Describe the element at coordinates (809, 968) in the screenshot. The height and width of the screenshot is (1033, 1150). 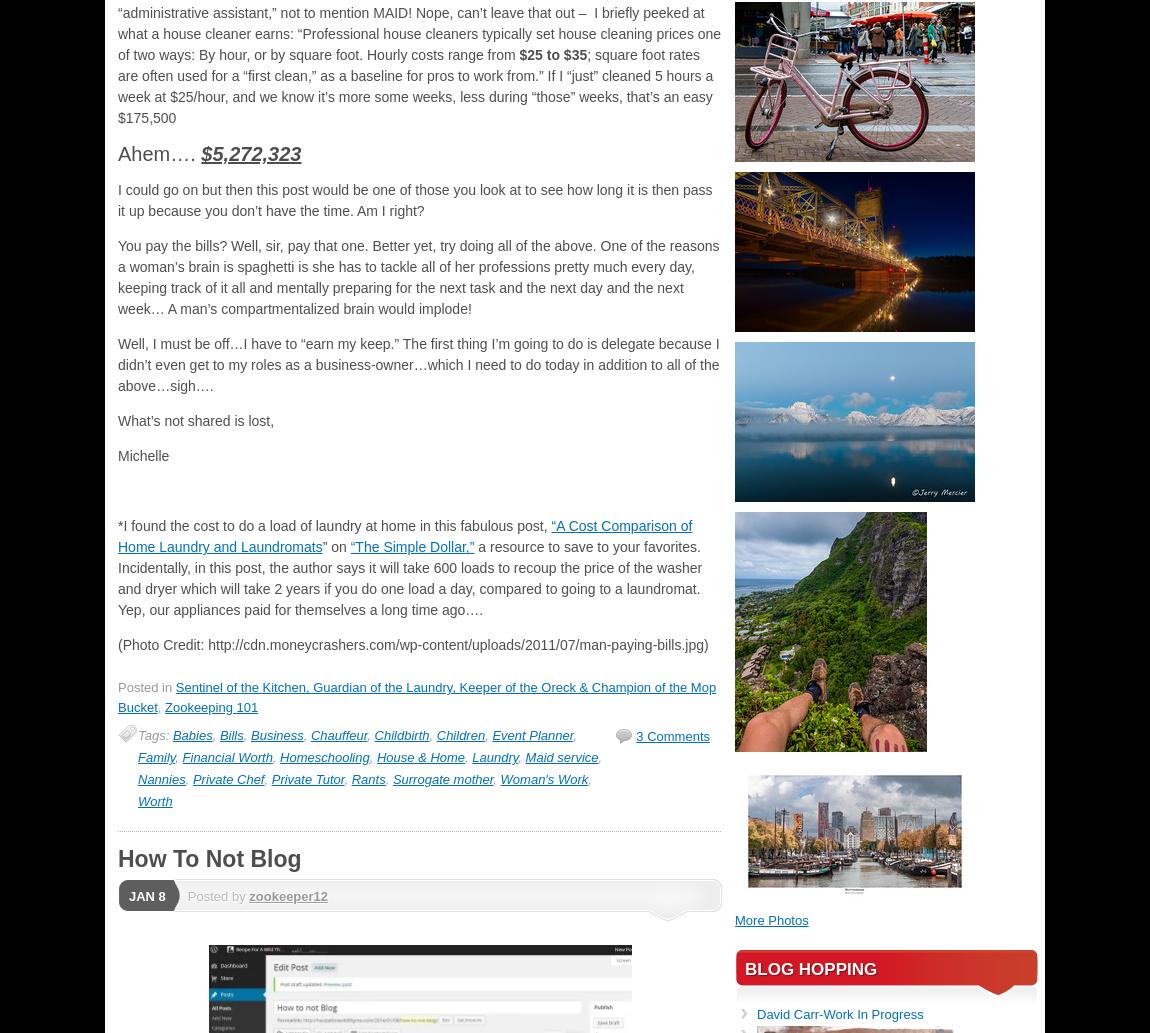
I see `'Blog Hopping'` at that location.